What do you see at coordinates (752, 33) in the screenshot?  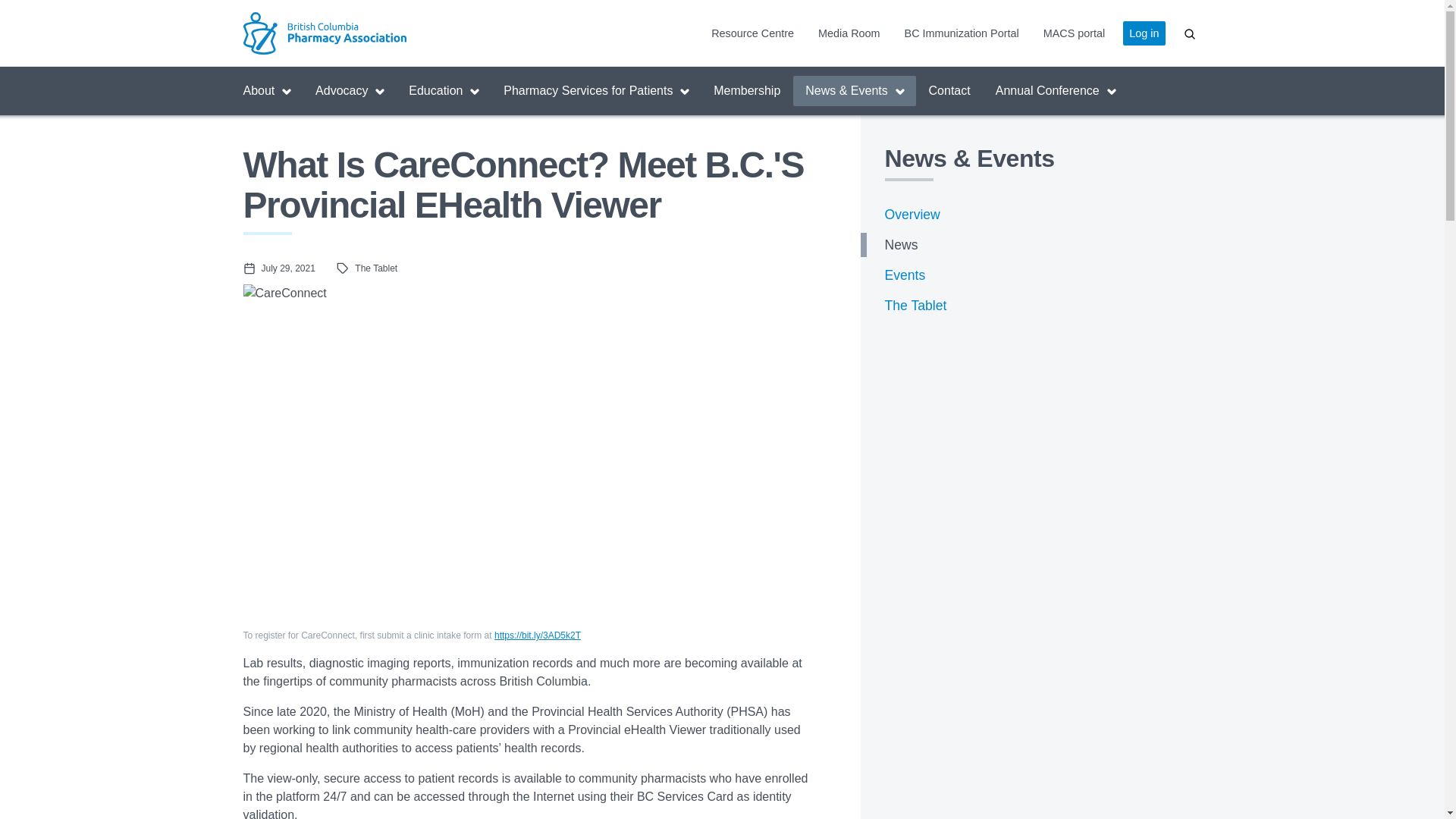 I see `'Resource Centre'` at bounding box center [752, 33].